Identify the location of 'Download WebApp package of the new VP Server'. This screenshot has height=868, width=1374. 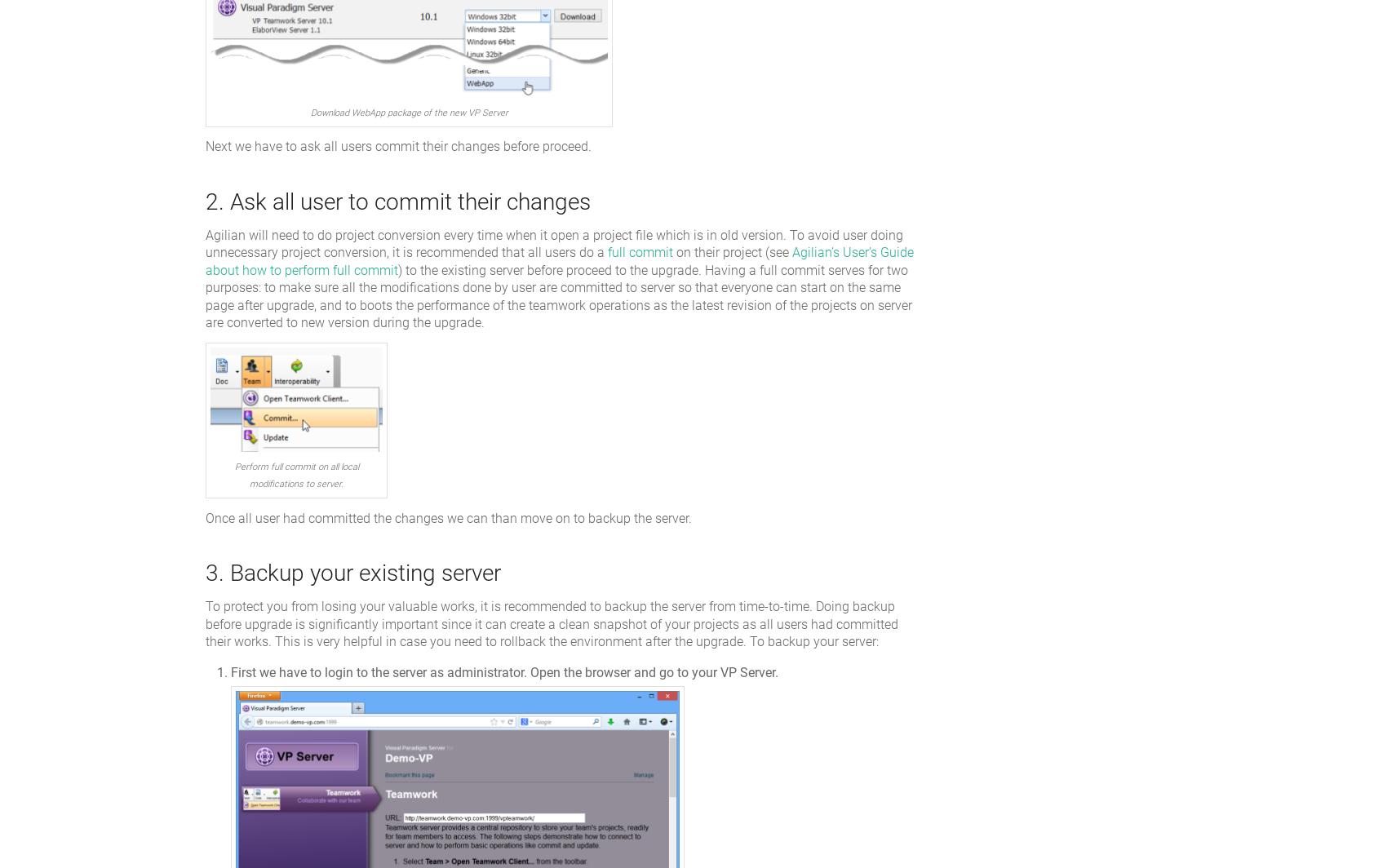
(407, 113).